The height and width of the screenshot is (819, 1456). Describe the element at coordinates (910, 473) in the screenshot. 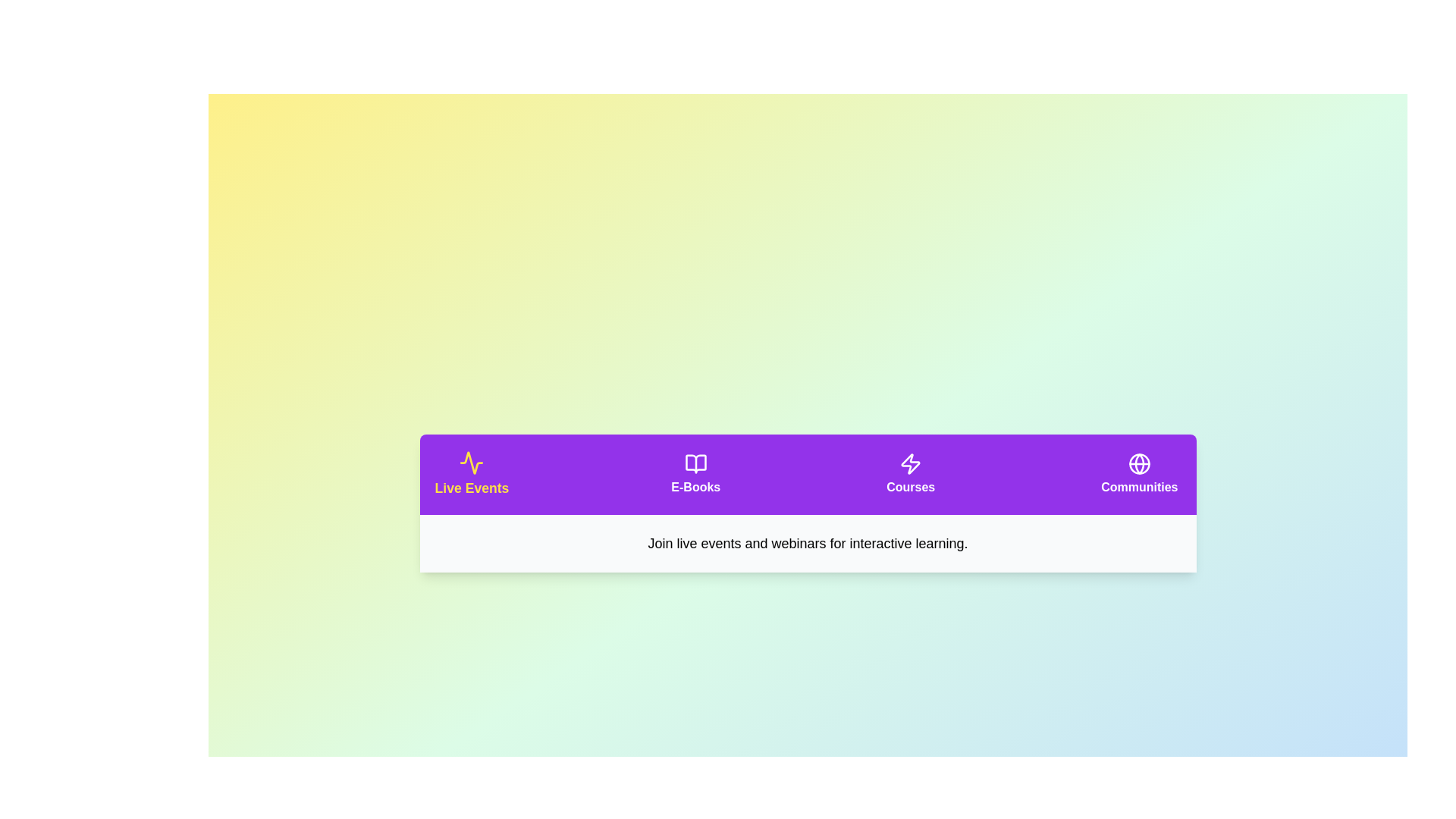

I see `the tab button labeled Courses to observe its visual effect` at that location.